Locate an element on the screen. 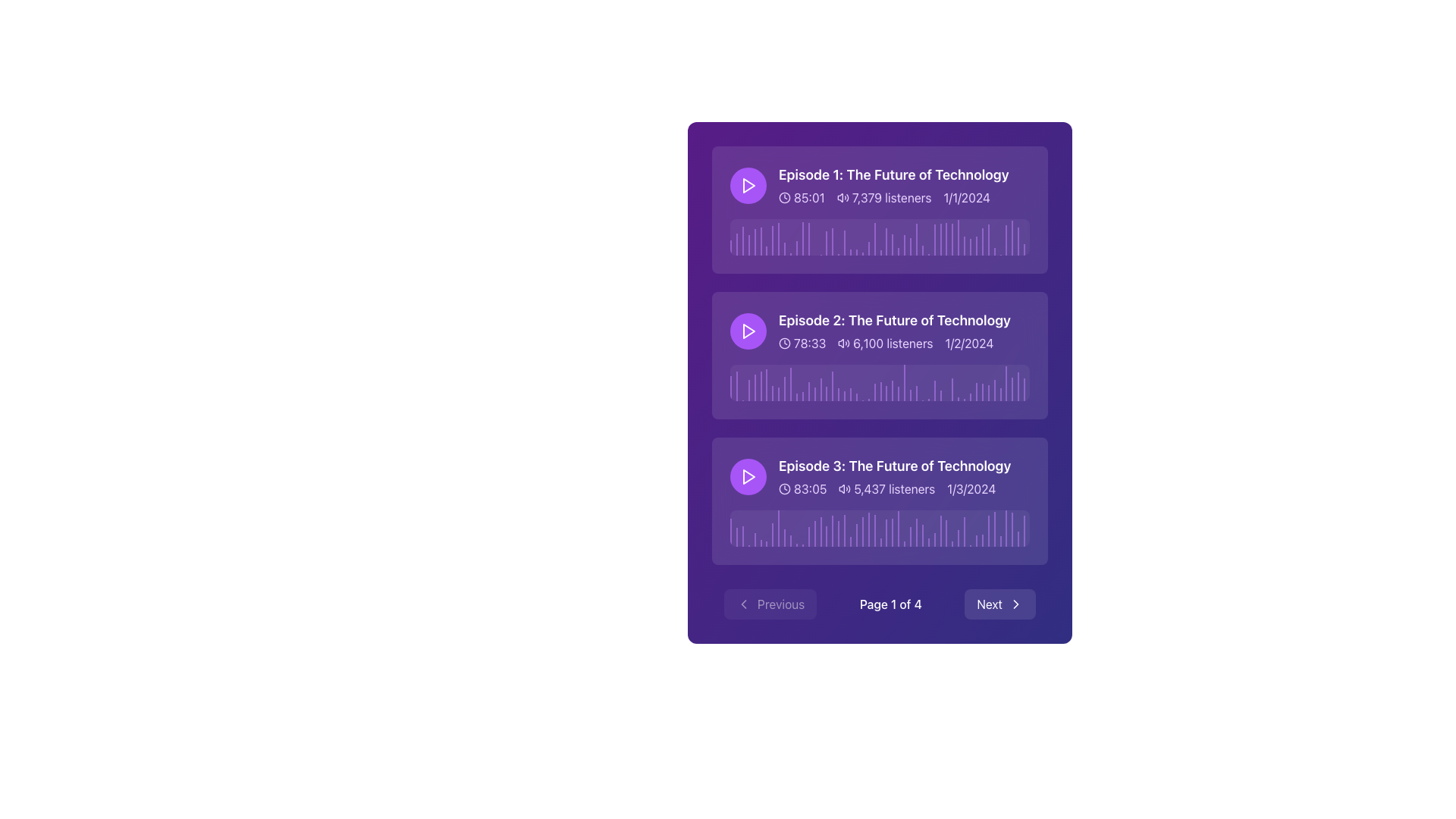 The height and width of the screenshot is (819, 1456). the 16th vertical graphical bar in the sound wave visualization of the third podcast entry is located at coordinates (820, 531).